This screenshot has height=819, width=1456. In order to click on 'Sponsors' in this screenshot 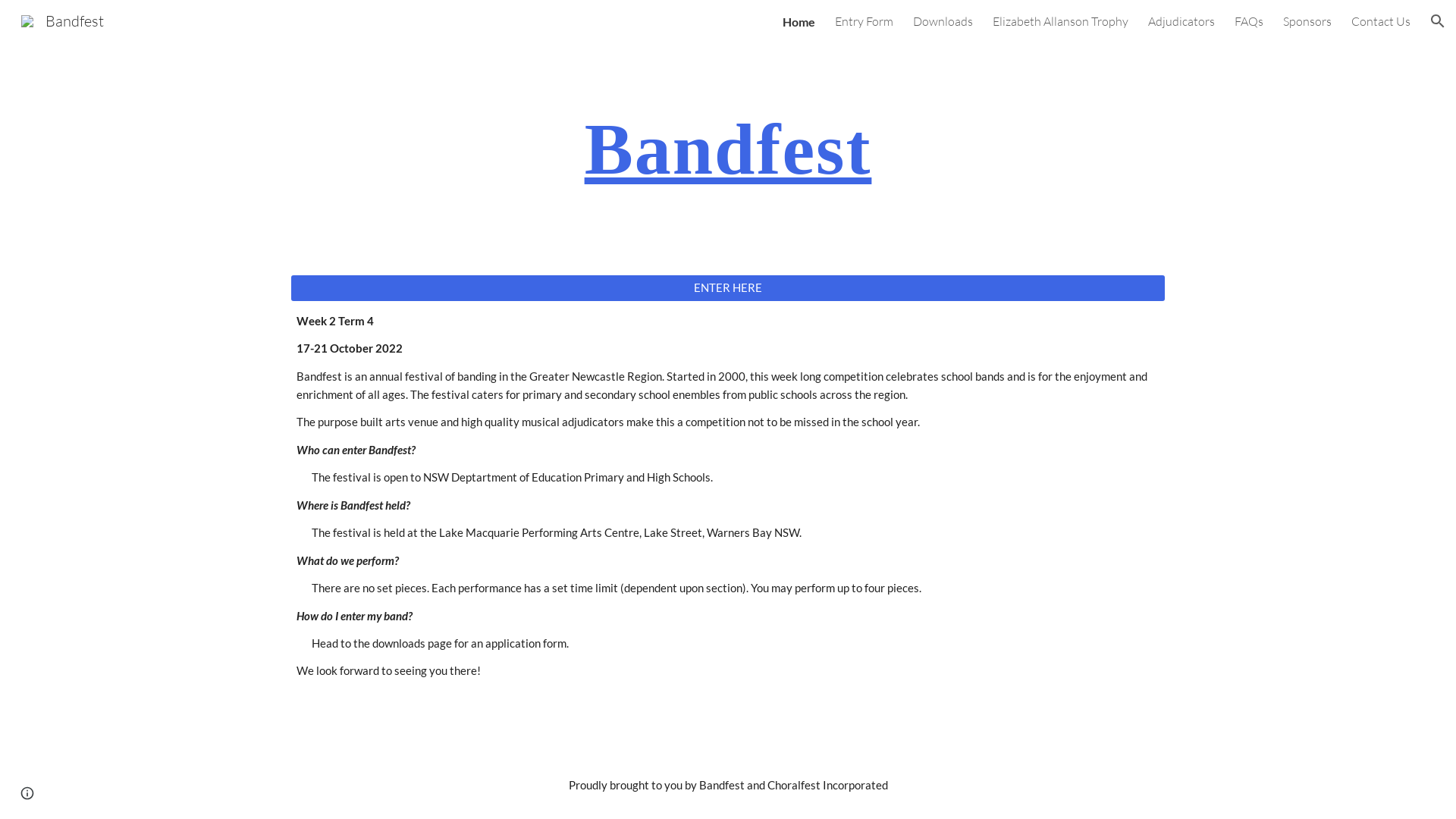, I will do `click(1306, 20)`.